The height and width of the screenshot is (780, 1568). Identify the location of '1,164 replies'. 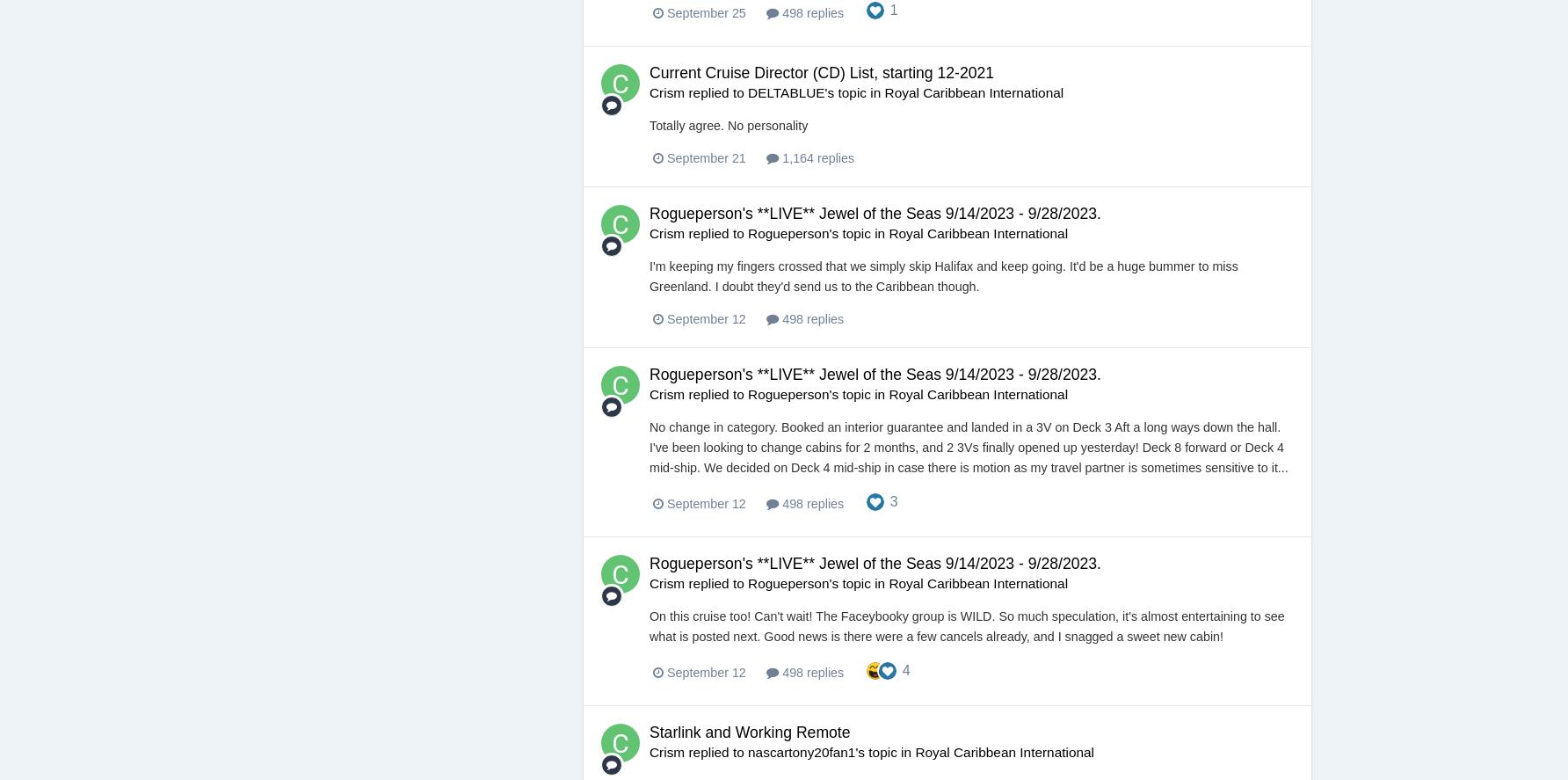
(777, 156).